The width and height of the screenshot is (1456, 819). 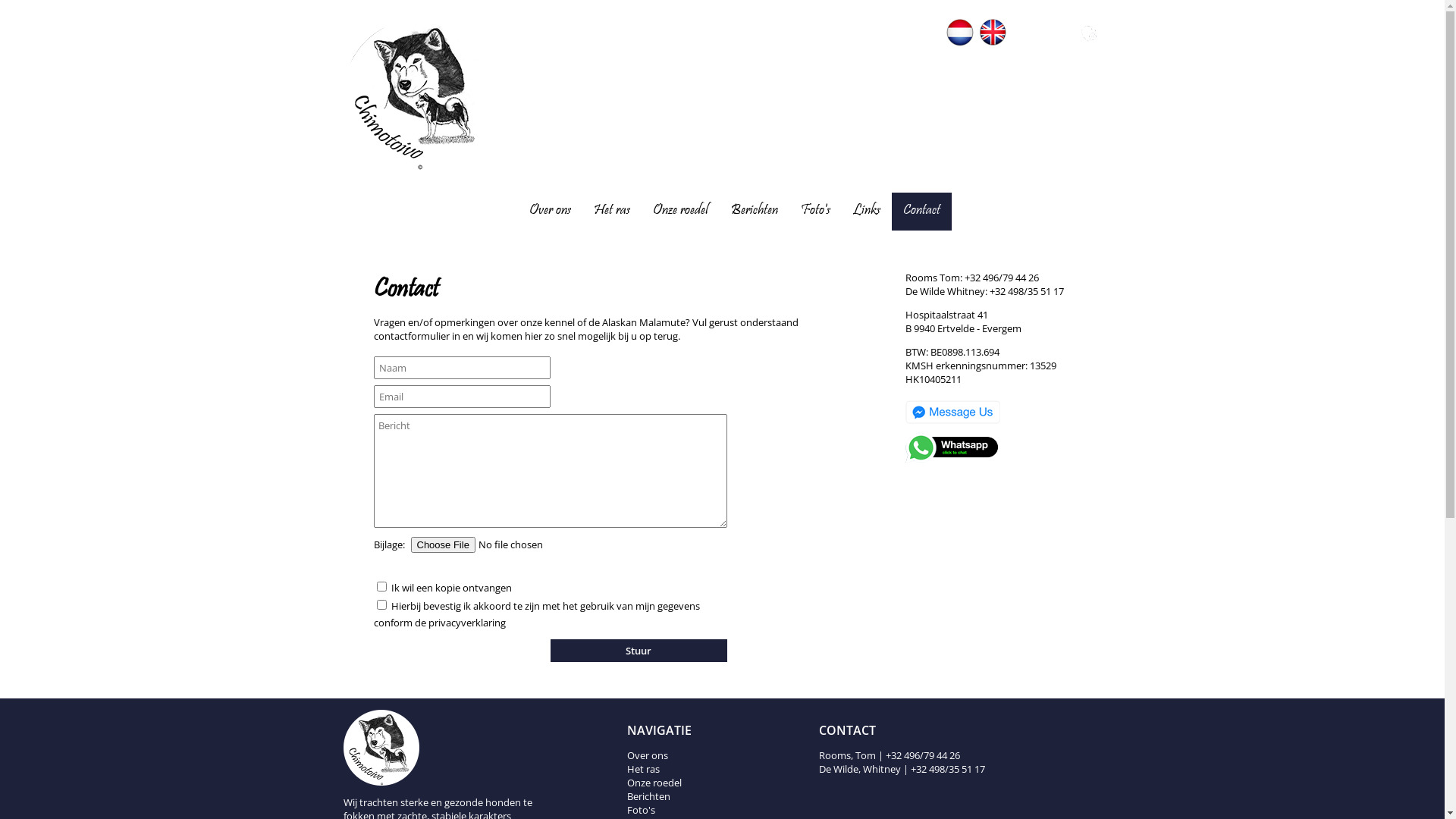 What do you see at coordinates (979, 42) in the screenshot?
I see `'View Chimotoivo in English'` at bounding box center [979, 42].